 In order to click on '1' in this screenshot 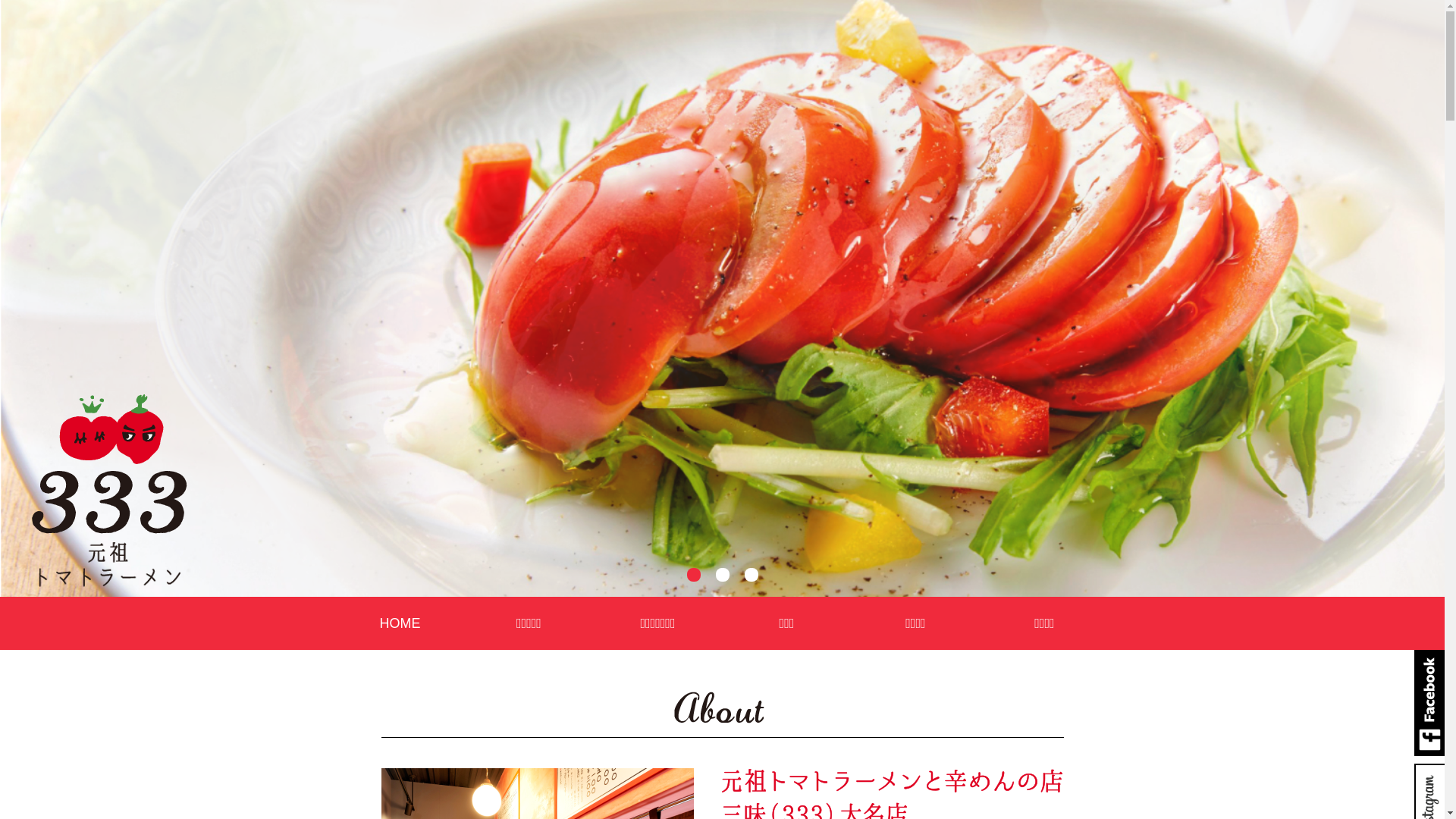, I will do `click(693, 575)`.